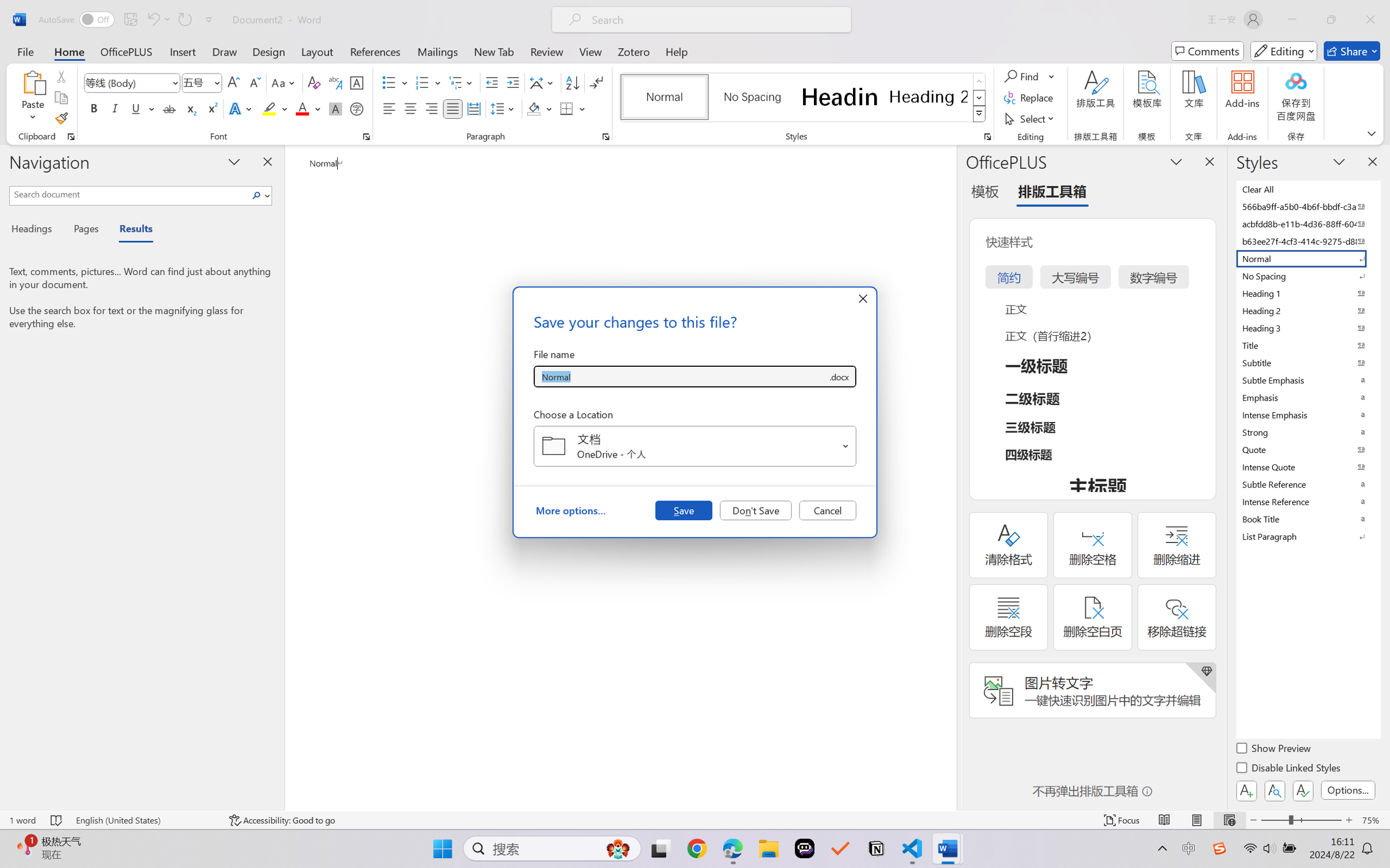 The width and height of the screenshot is (1390, 868). What do you see at coordinates (695, 820) in the screenshot?
I see `'Class: MsoCommandBar'` at bounding box center [695, 820].